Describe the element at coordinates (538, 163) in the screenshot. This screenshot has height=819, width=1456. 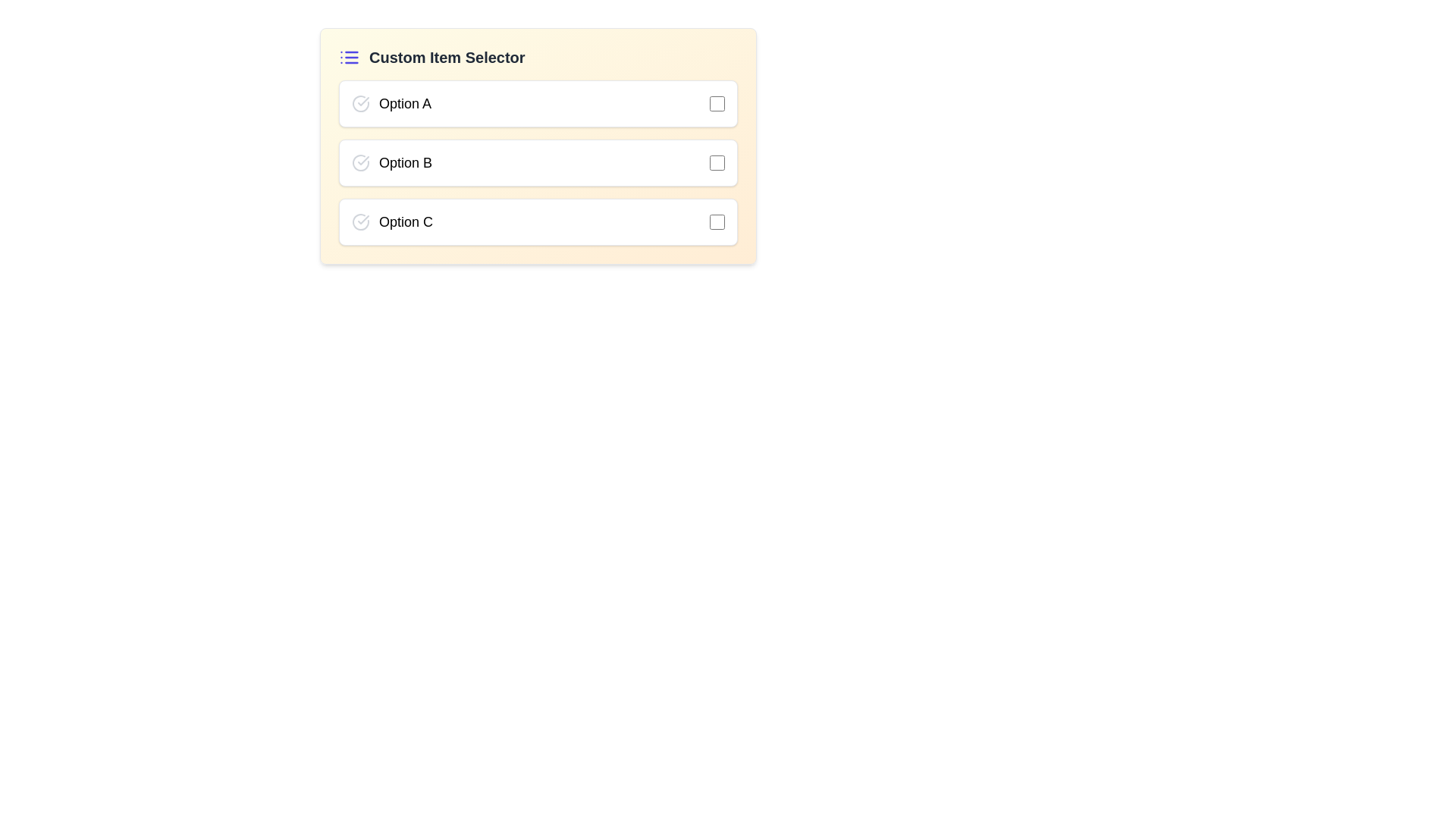
I see `the second selectable item in the 'Custom Item Selector' list to trigger hover effects` at that location.